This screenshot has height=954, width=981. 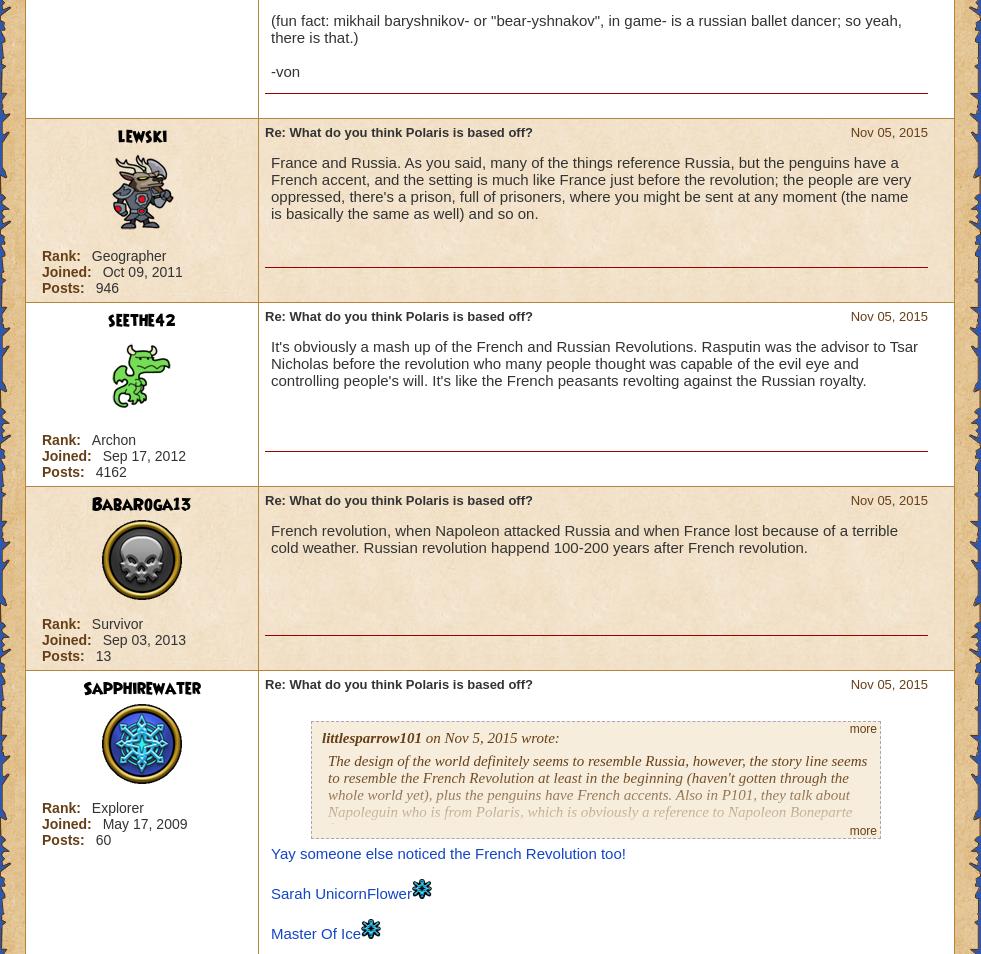 I want to click on 'Survivor', so click(x=116, y=623).